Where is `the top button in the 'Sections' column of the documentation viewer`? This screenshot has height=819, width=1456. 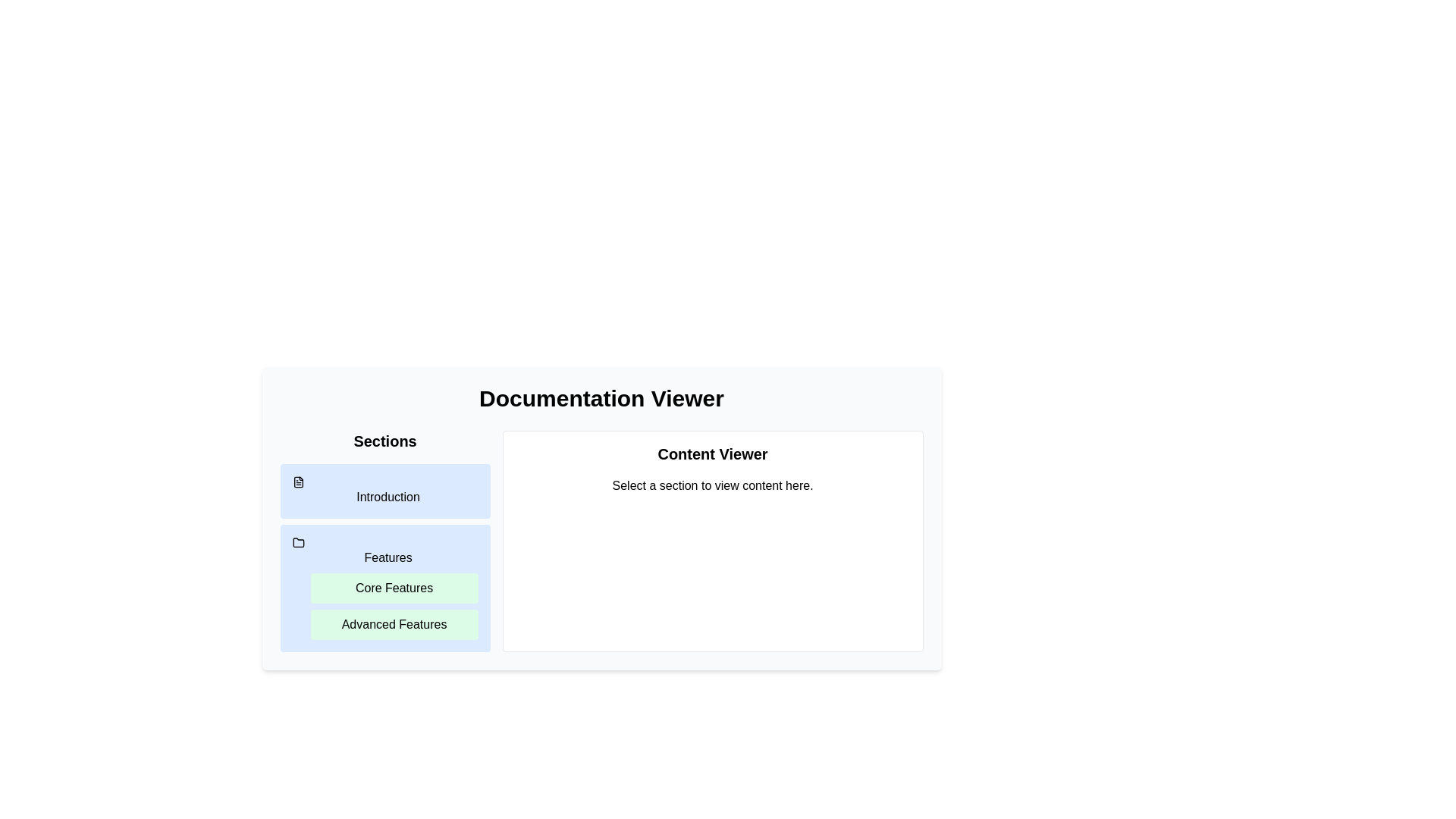
the top button in the 'Sections' column of the documentation viewer is located at coordinates (385, 491).